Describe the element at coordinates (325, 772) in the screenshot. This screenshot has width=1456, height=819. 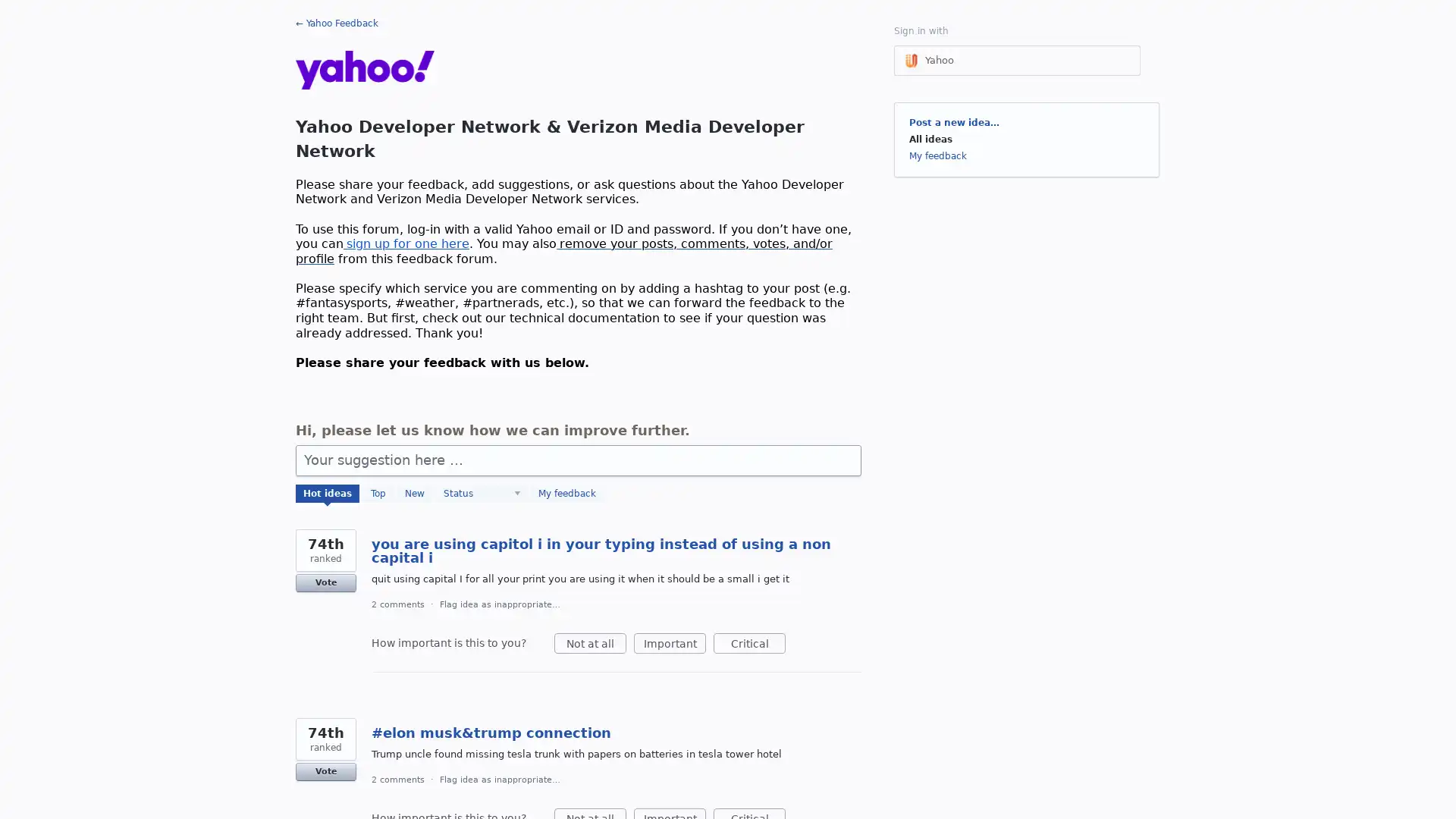
I see `Vote` at that location.